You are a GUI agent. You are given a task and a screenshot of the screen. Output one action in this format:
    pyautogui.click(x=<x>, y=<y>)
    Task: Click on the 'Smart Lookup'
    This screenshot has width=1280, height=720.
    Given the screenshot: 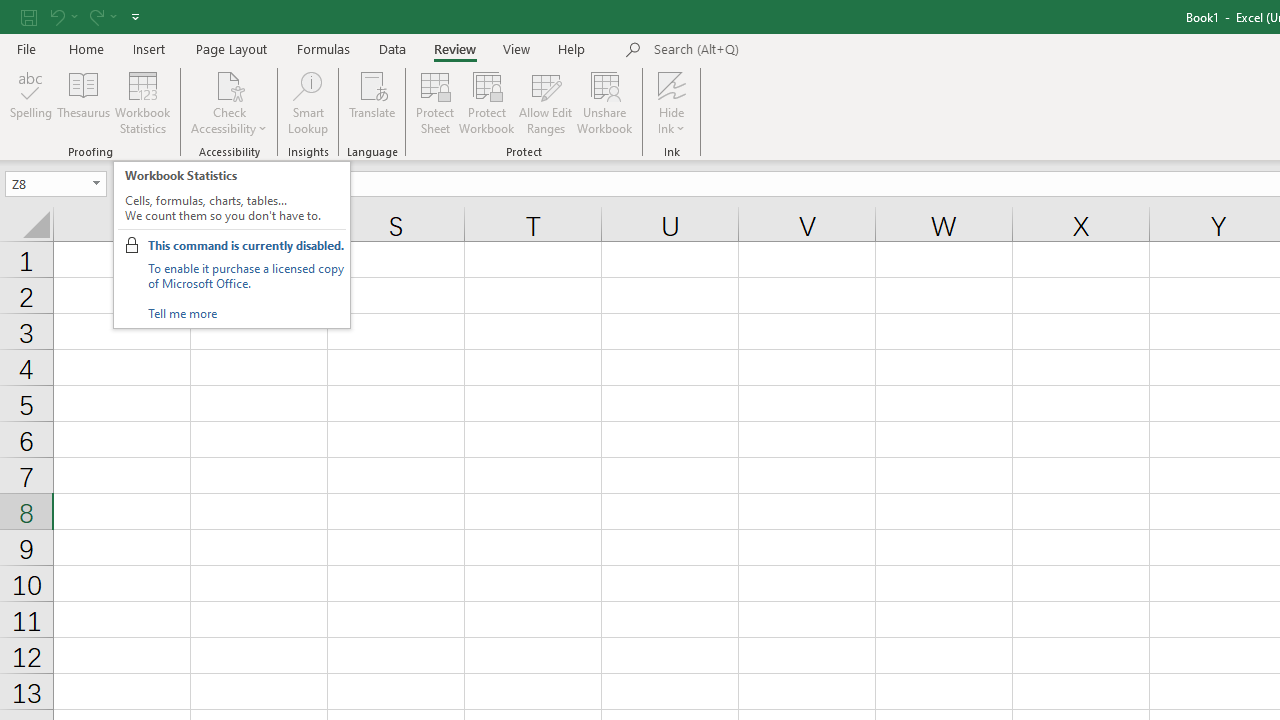 What is the action you would take?
    pyautogui.click(x=307, y=103)
    